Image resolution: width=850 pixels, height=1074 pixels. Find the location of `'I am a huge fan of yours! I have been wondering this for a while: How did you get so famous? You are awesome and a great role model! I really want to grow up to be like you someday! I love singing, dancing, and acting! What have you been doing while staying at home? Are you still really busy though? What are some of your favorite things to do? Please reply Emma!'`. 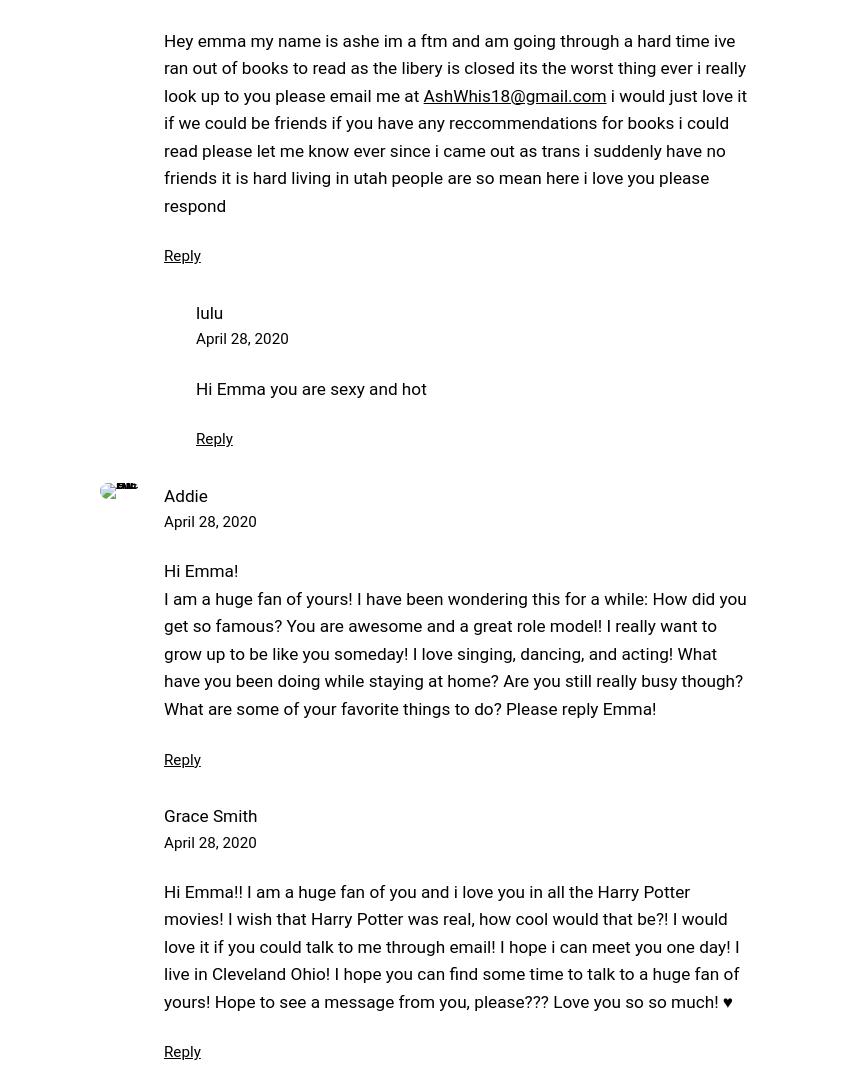

'I am a huge fan of yours! I have been wondering this for a while: How did you get so famous? You are awesome and a great role model! I really want to grow up to be like you someday! I love singing, dancing, and acting! What have you been doing while staying at home? Are you still really busy though? What are some of your favorite things to do? Please reply Emma!' is located at coordinates (454, 652).